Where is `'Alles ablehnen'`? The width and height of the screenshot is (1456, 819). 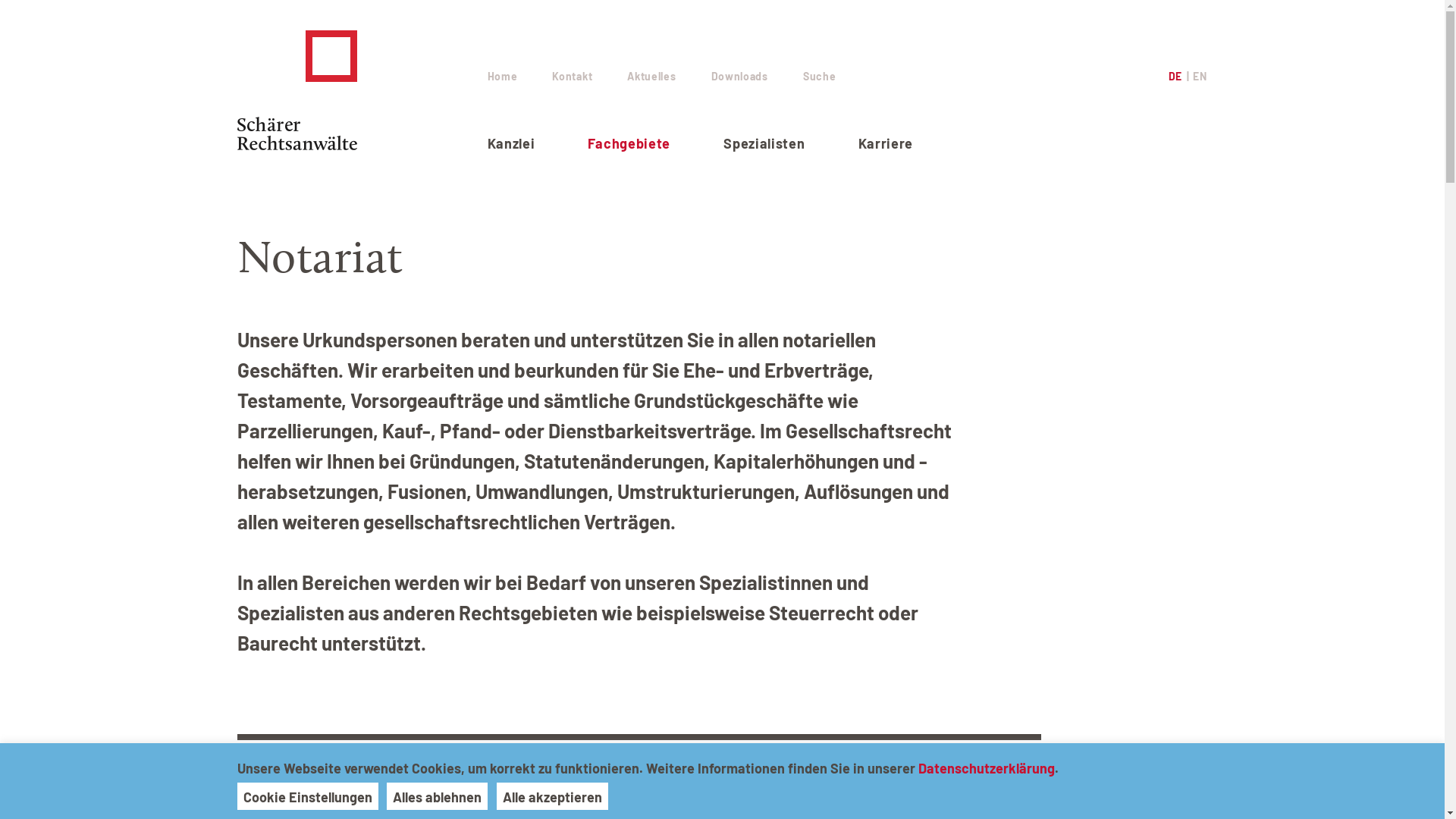
'Alles ablehnen' is located at coordinates (436, 795).